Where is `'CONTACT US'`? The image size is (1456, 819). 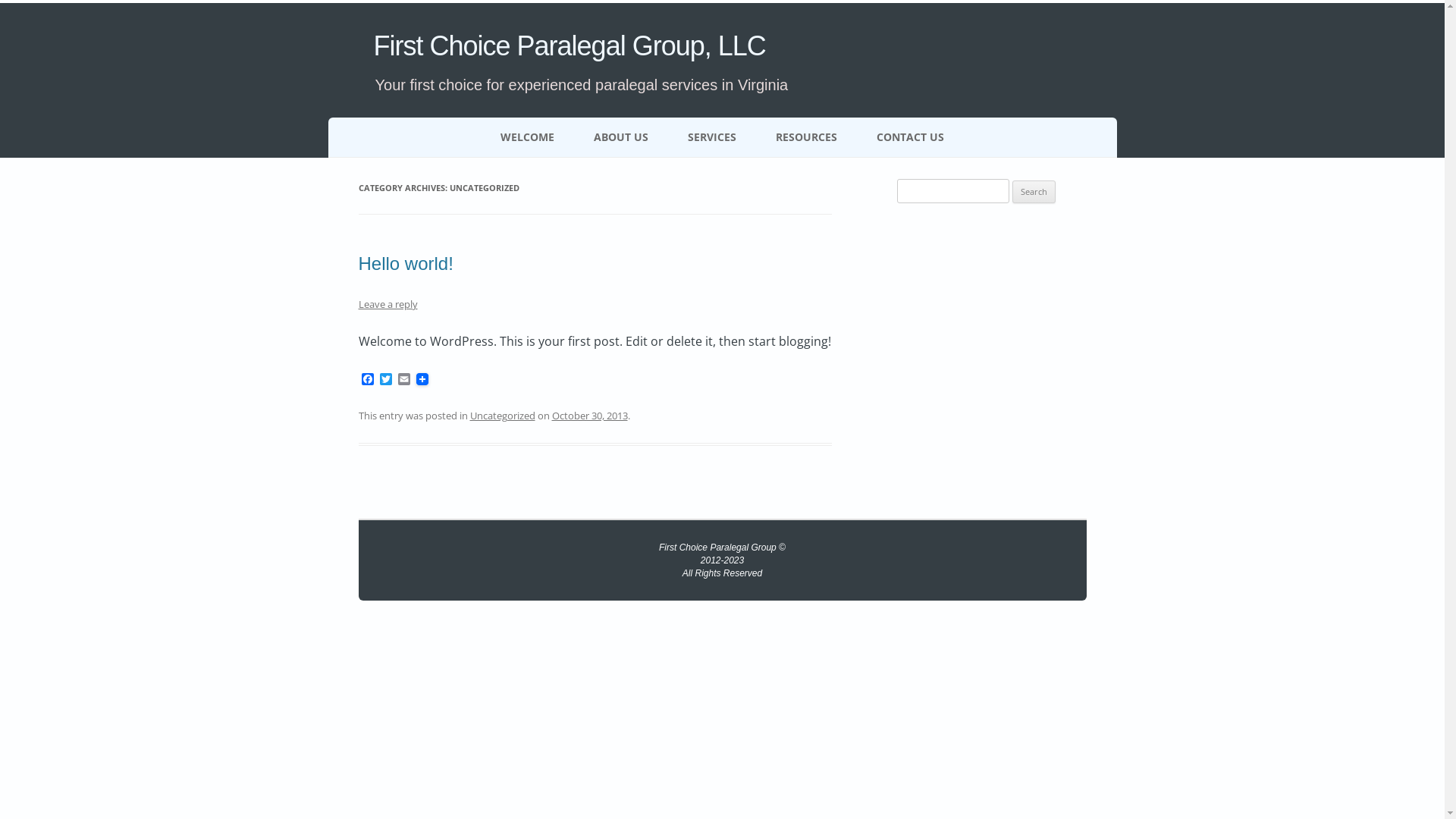 'CONTACT US' is located at coordinates (910, 137).